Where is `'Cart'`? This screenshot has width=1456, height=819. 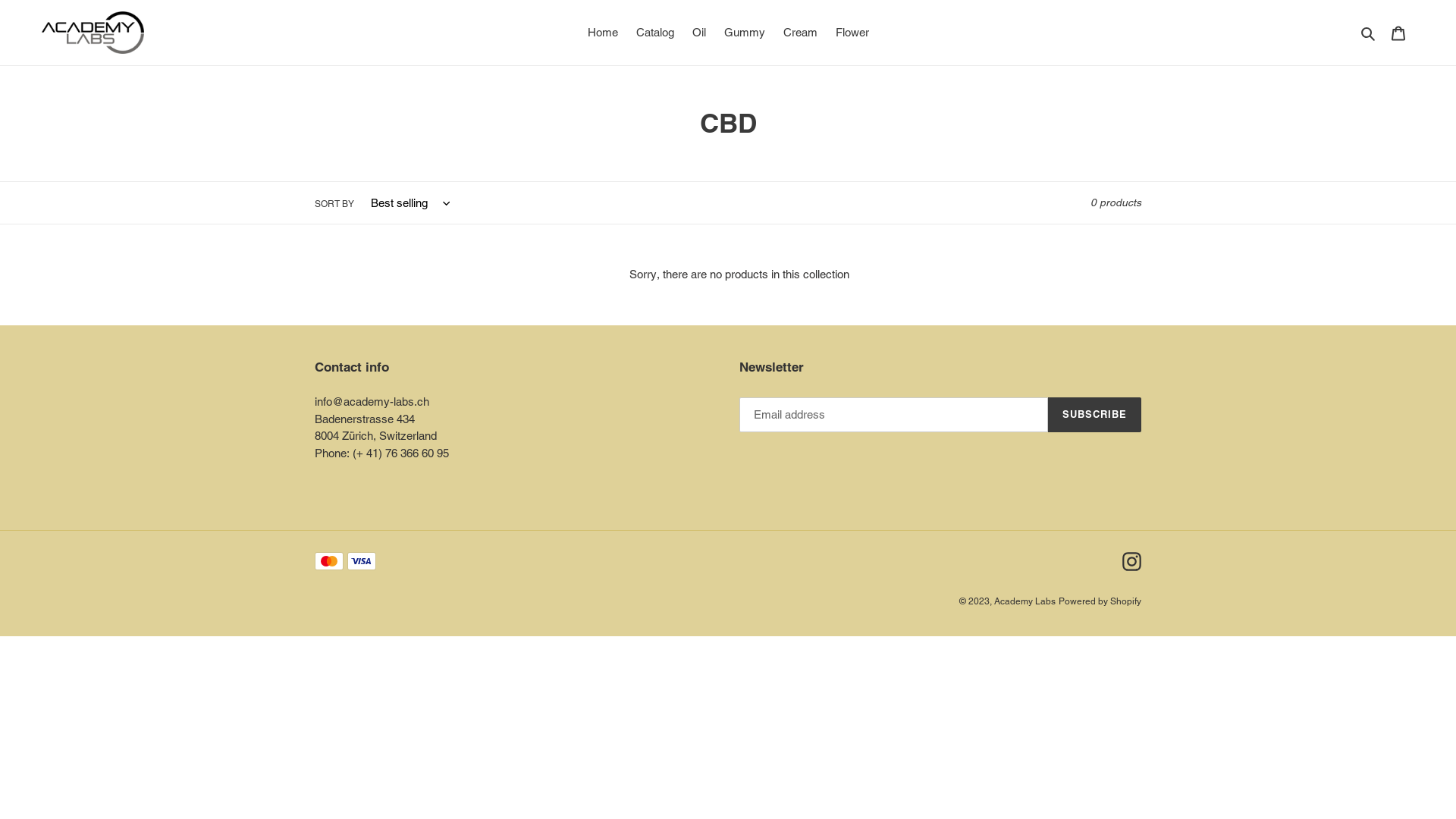 'Cart' is located at coordinates (1397, 33).